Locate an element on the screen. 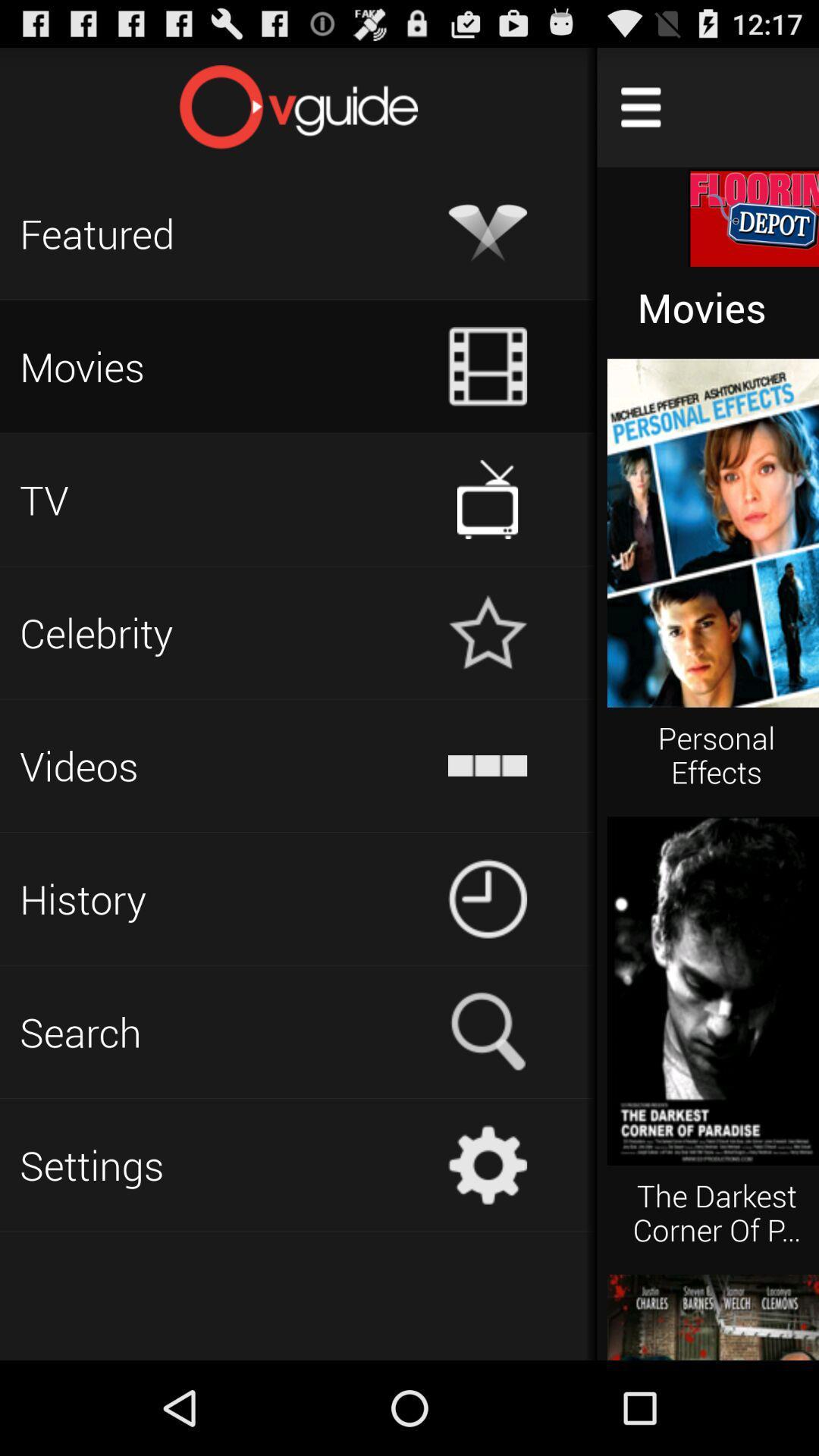 The height and width of the screenshot is (1456, 819). menu is located at coordinates (641, 106).